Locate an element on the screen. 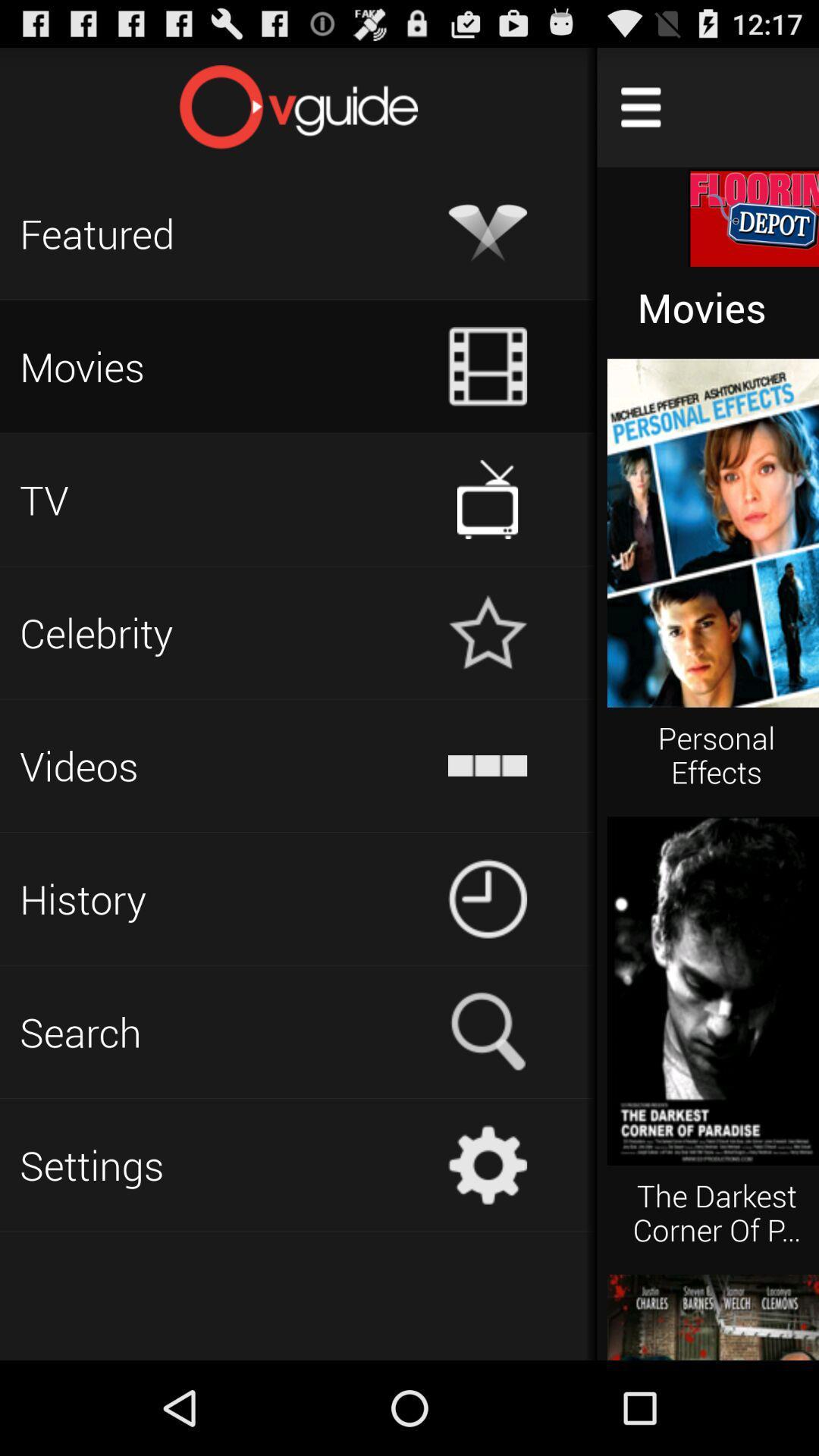 The height and width of the screenshot is (1456, 819). menu is located at coordinates (641, 106).